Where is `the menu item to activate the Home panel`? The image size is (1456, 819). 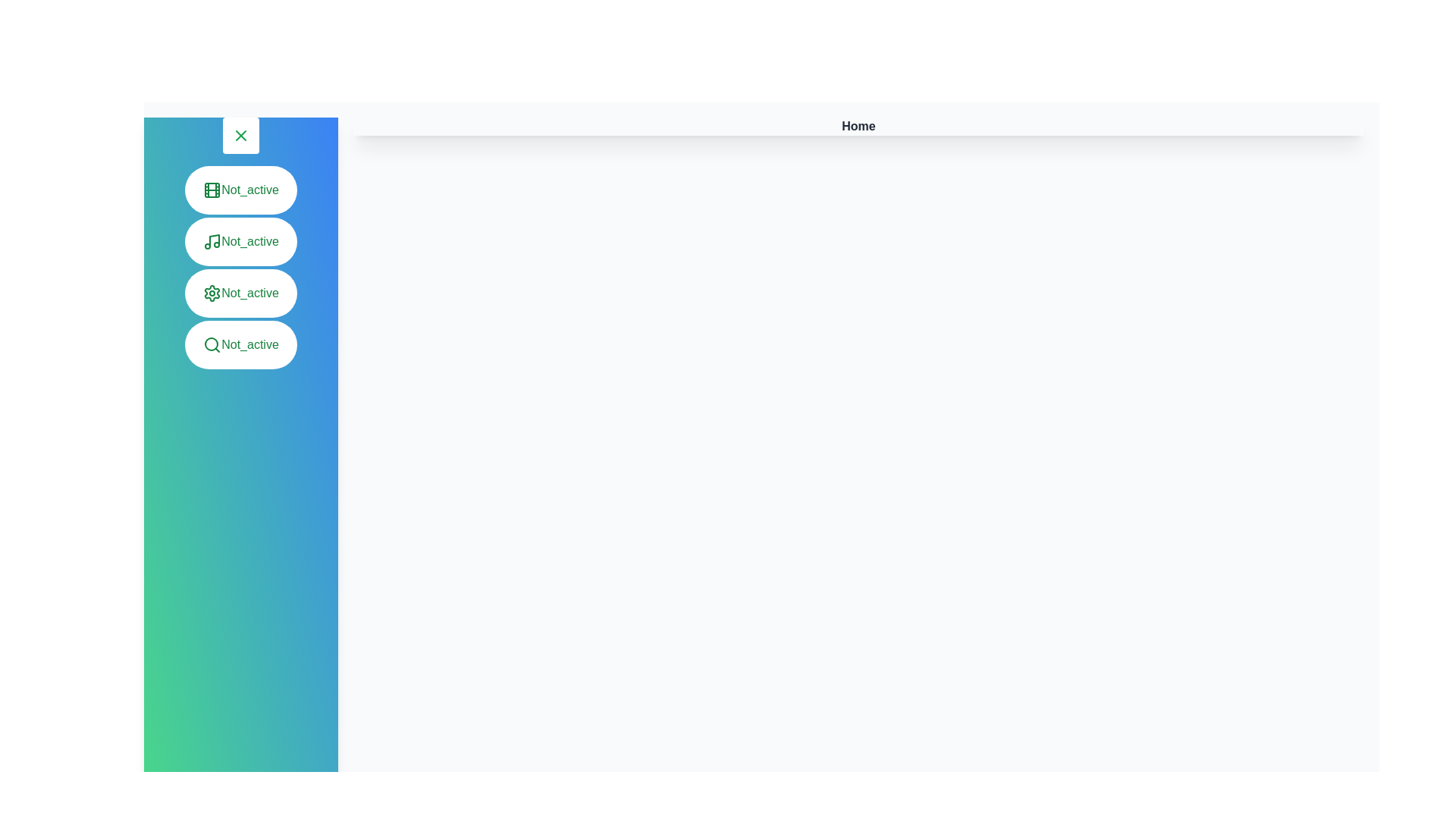 the menu item to activate the Home panel is located at coordinates (240, 189).